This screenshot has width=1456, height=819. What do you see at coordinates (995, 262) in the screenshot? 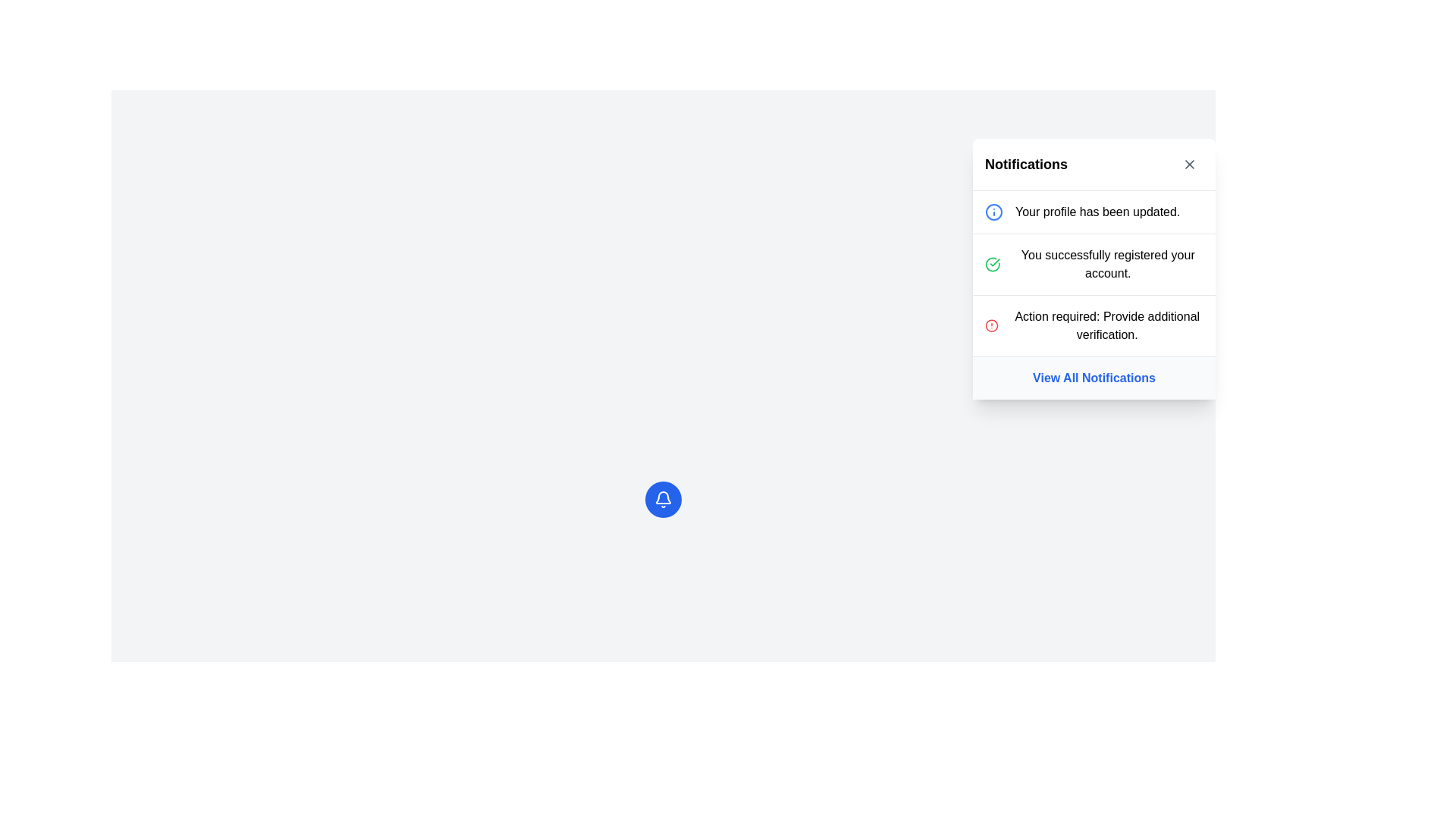
I see `the green checkmark icon associated with the confirmation message indicating successful account registration, located on the second notification item` at bounding box center [995, 262].